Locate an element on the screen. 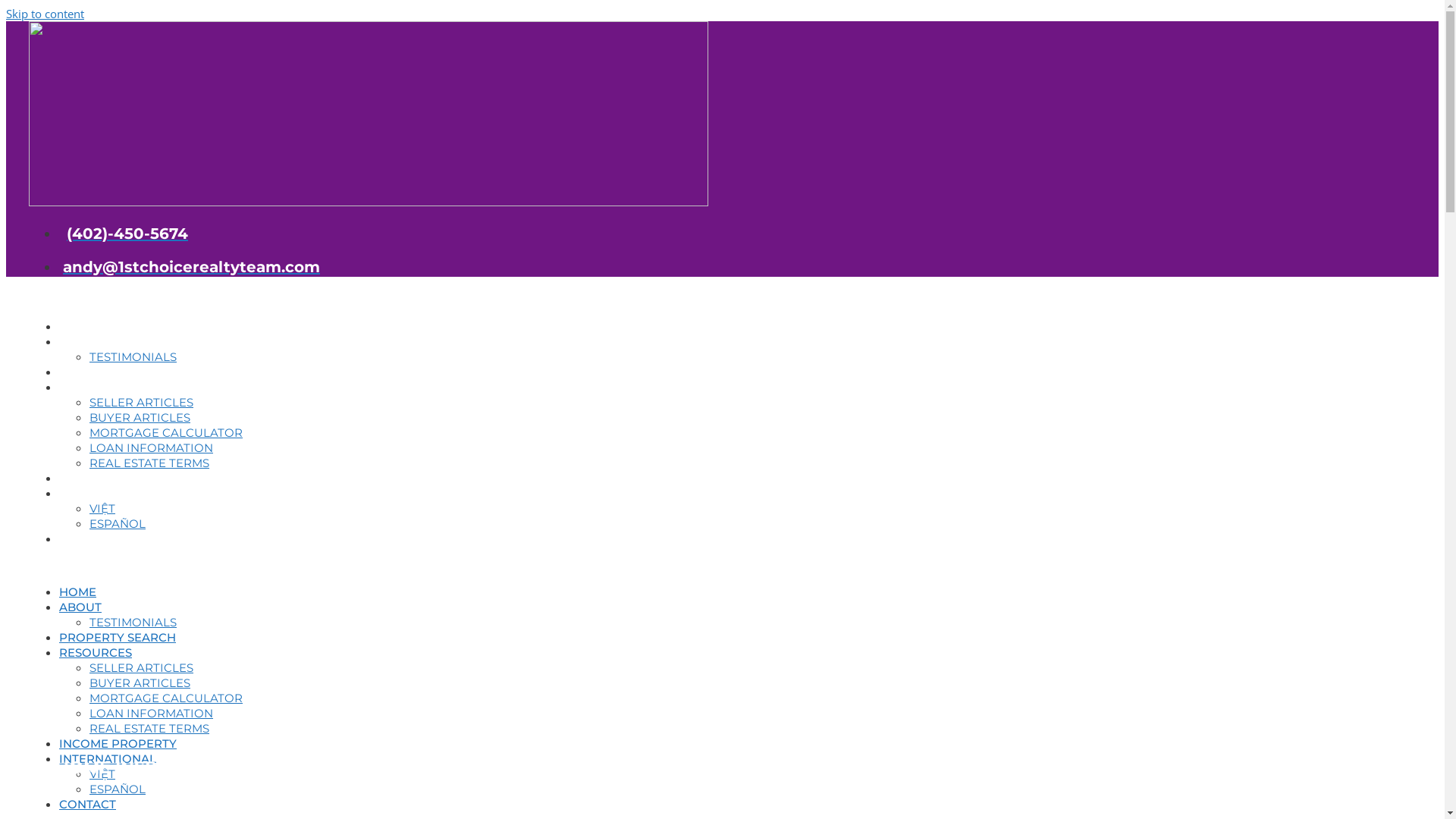  'INTERNATIONAL' is located at coordinates (107, 758).